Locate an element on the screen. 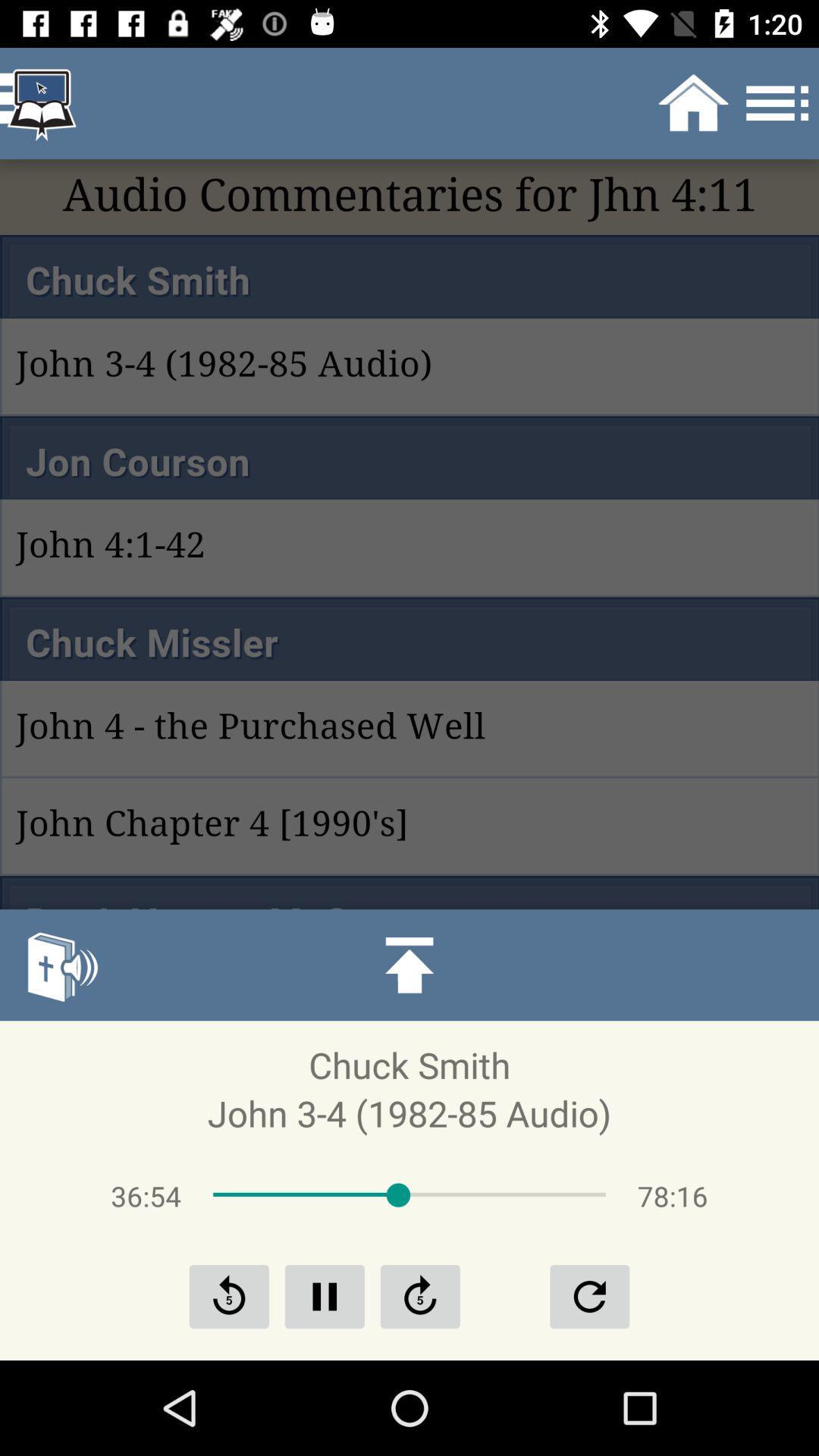 Image resolution: width=819 pixels, height=1456 pixels. the pause icon is located at coordinates (324, 1295).